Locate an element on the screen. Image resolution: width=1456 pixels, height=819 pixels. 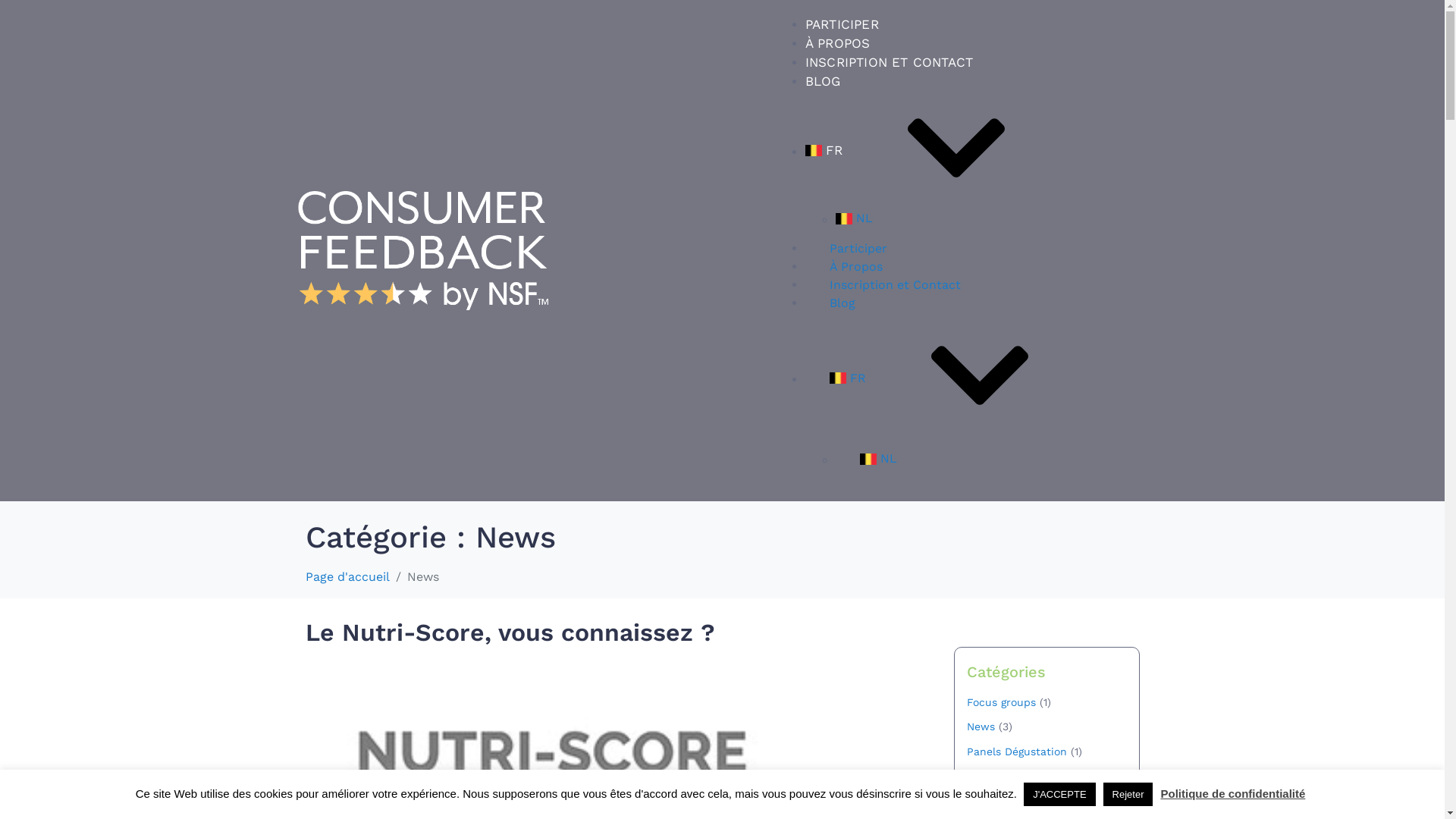
'NL' is located at coordinates (976, 458).